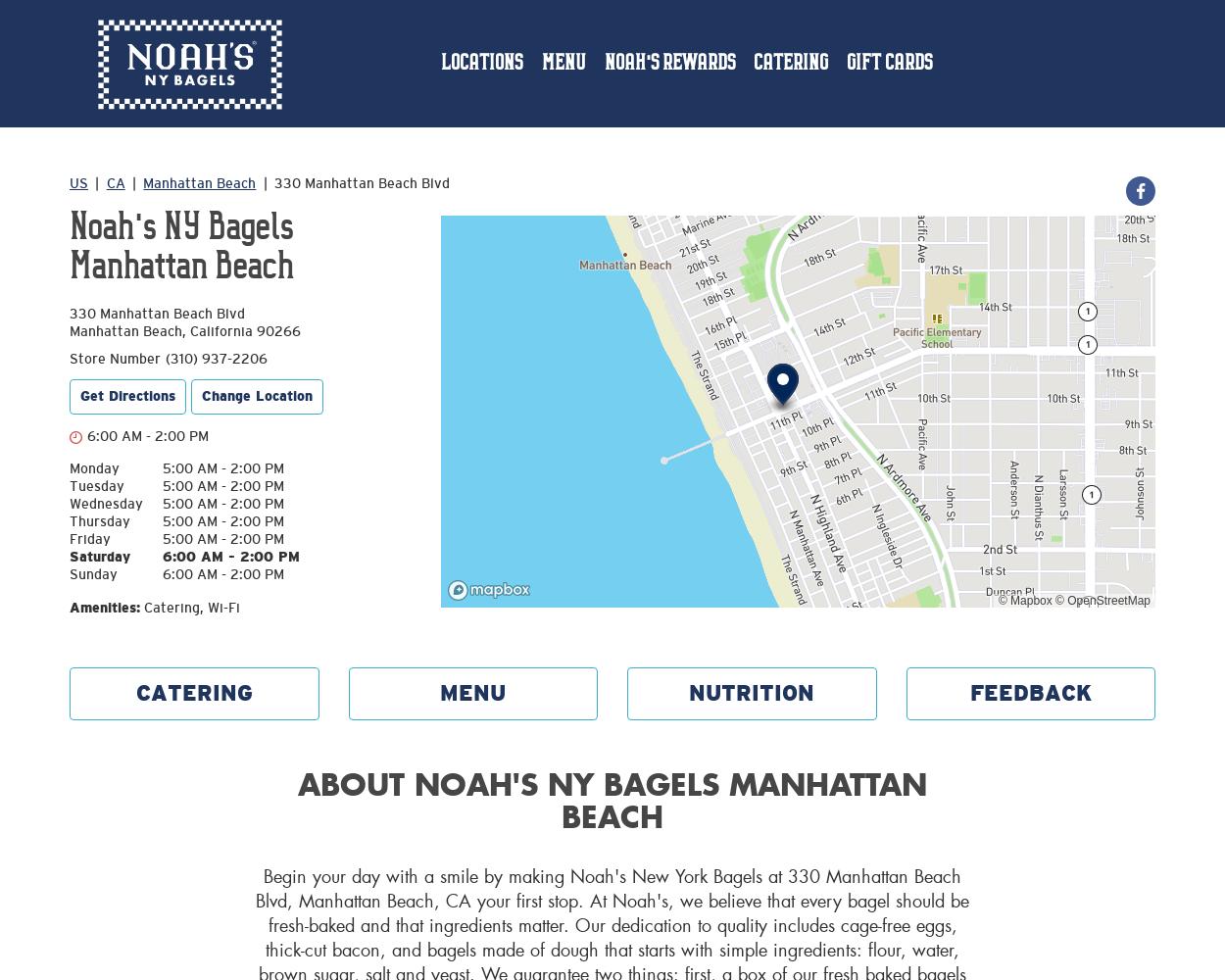  What do you see at coordinates (790, 61) in the screenshot?
I see `'Catering'` at bounding box center [790, 61].